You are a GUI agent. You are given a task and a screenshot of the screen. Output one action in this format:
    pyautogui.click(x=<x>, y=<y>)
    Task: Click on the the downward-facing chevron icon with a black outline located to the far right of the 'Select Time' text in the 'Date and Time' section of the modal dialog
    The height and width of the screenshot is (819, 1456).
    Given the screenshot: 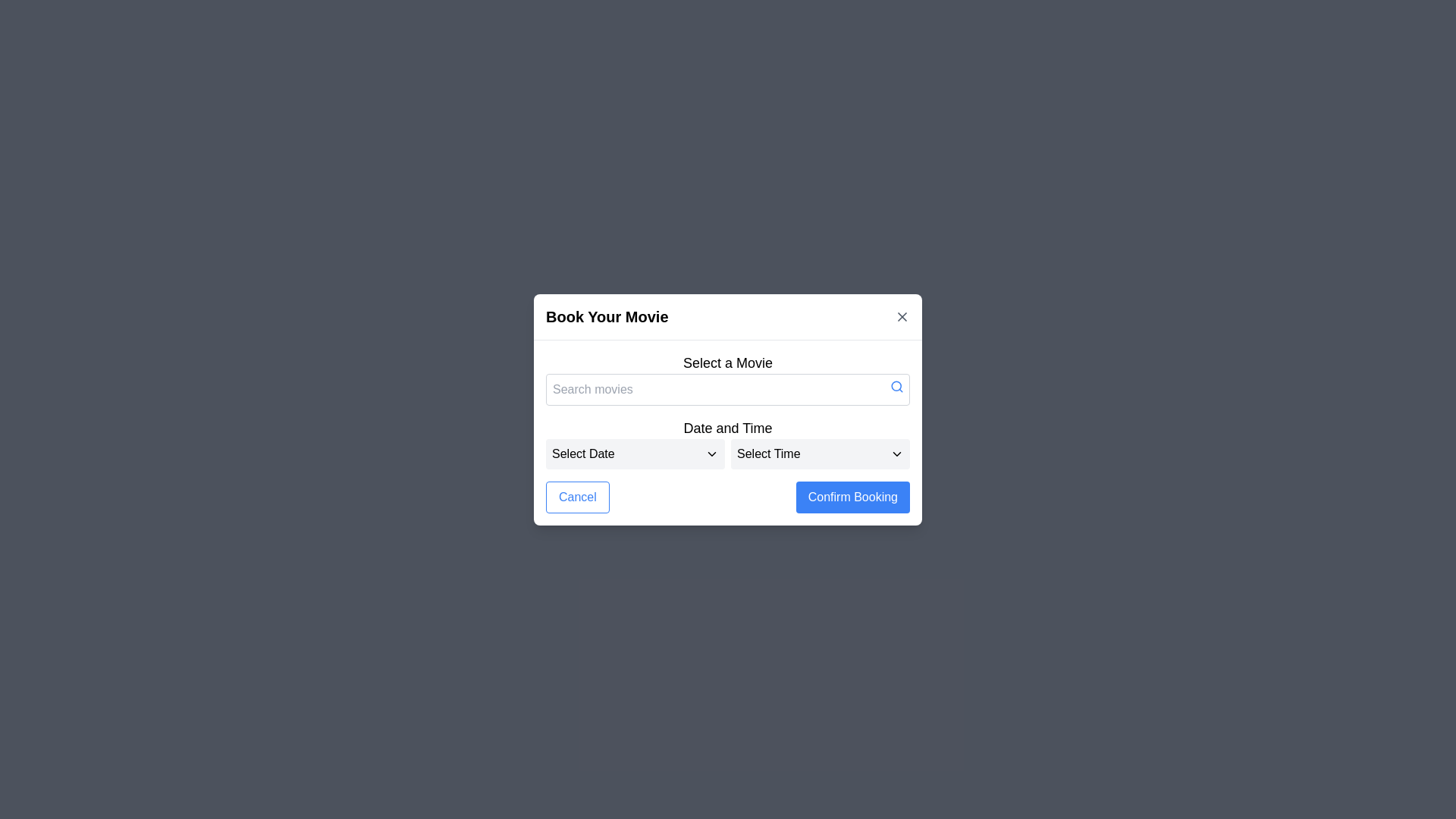 What is the action you would take?
    pyautogui.click(x=896, y=453)
    